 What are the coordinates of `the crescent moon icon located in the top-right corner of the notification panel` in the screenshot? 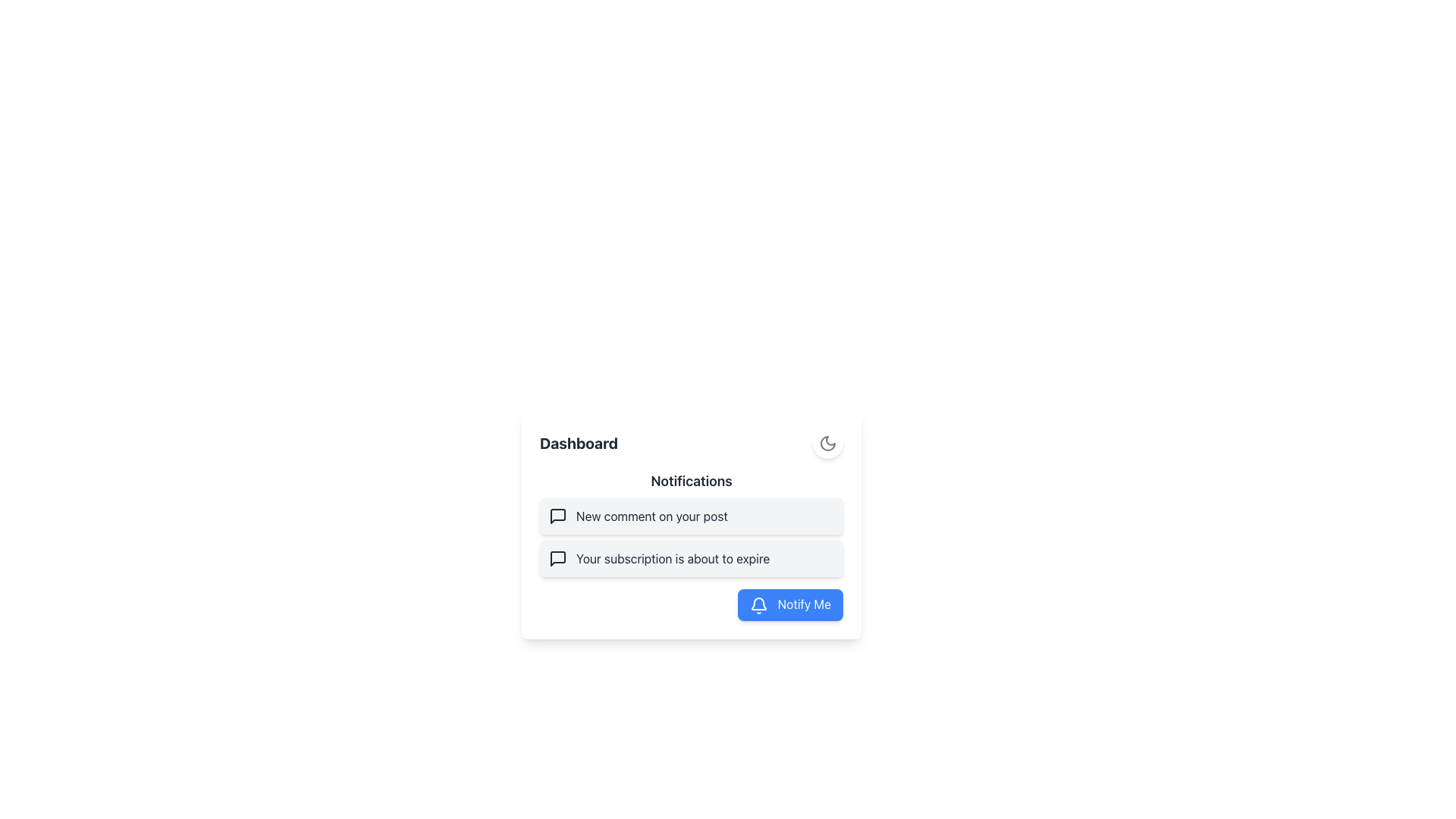 It's located at (827, 444).